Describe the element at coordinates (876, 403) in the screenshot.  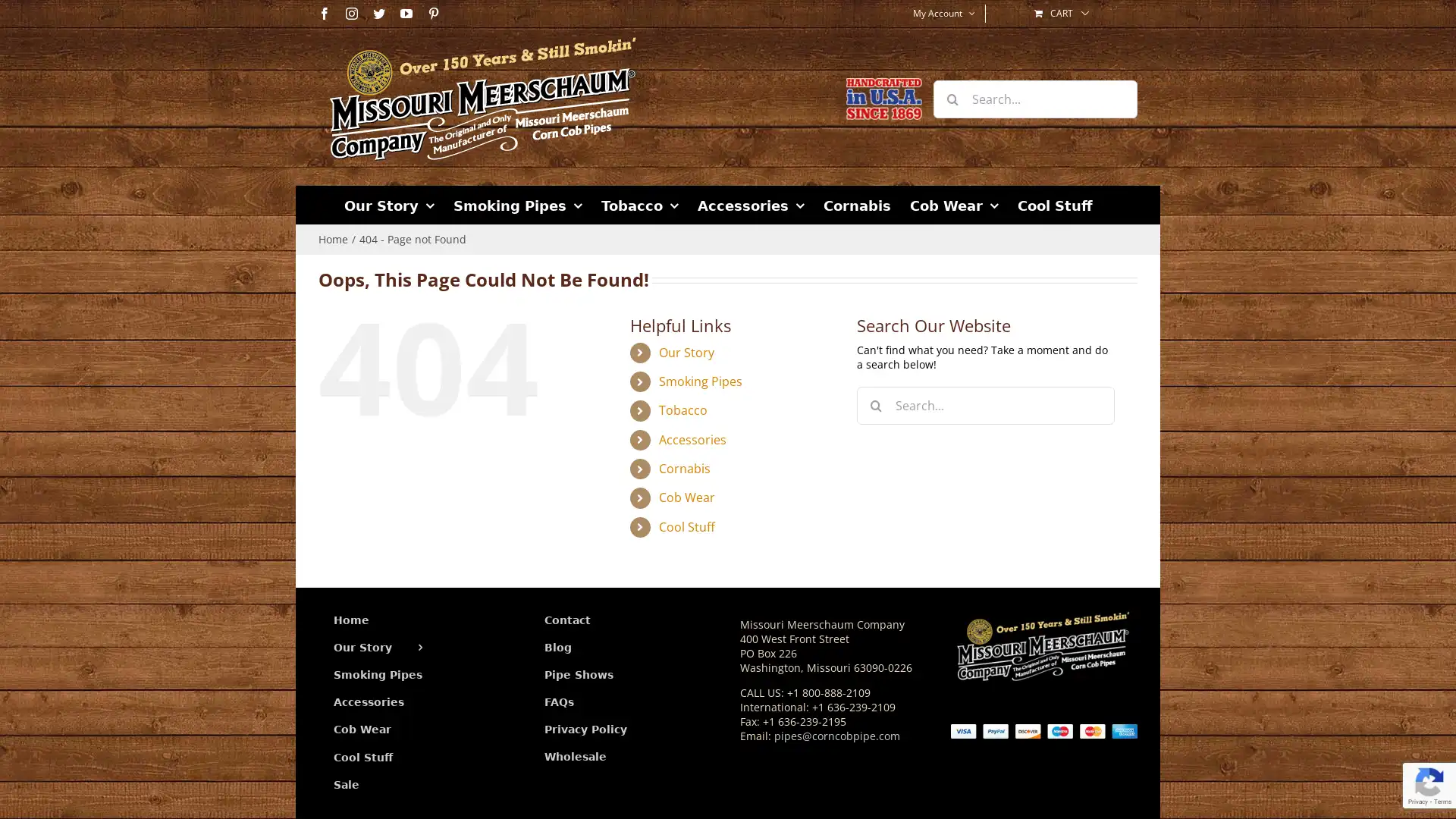
I see `Search` at that location.